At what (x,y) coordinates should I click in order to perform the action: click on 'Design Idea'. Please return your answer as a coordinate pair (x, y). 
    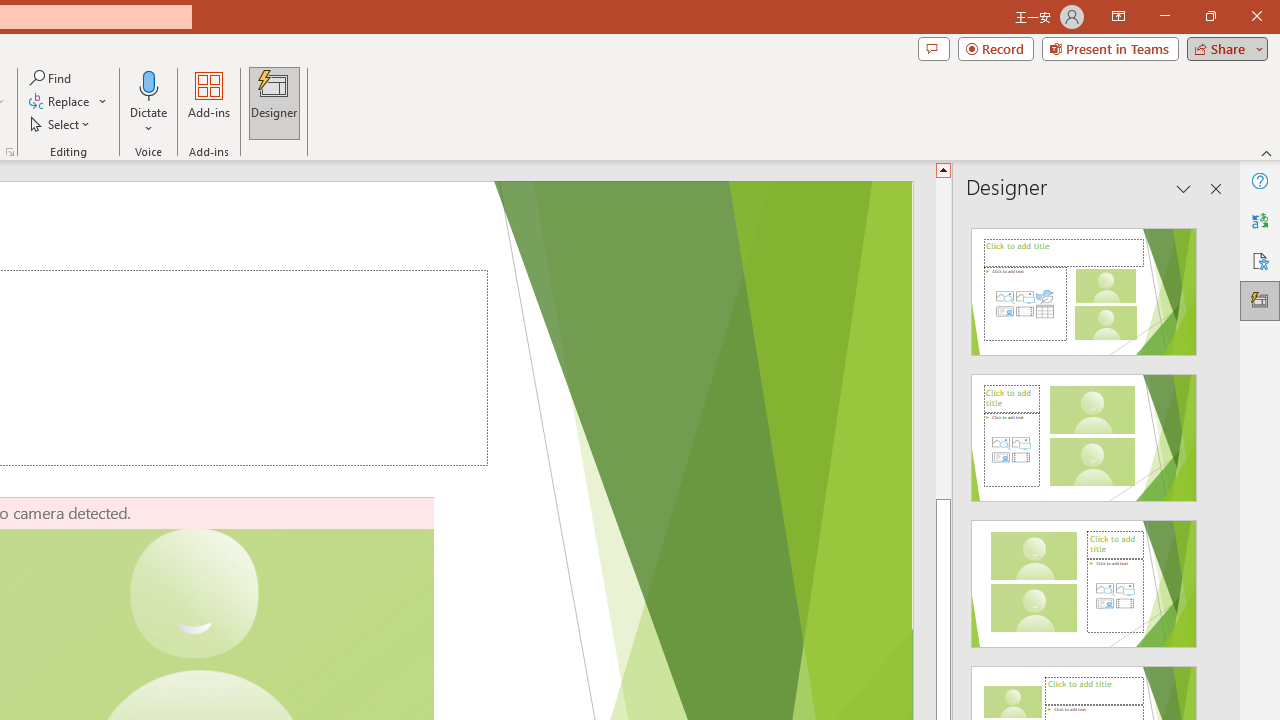
    Looking at the image, I should click on (1083, 577).